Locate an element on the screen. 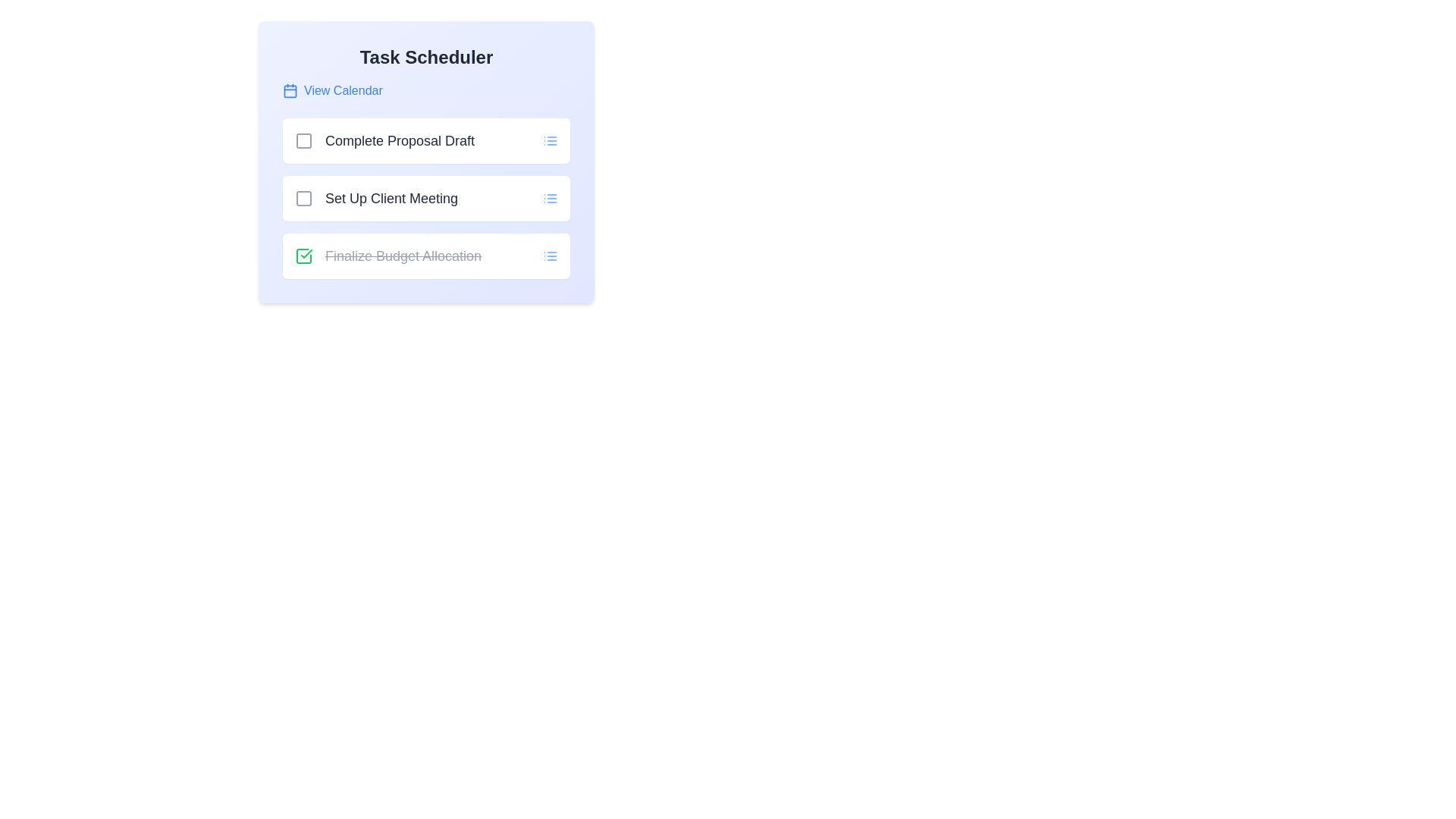  the task named Finalize Budget Allocation is located at coordinates (303, 256).